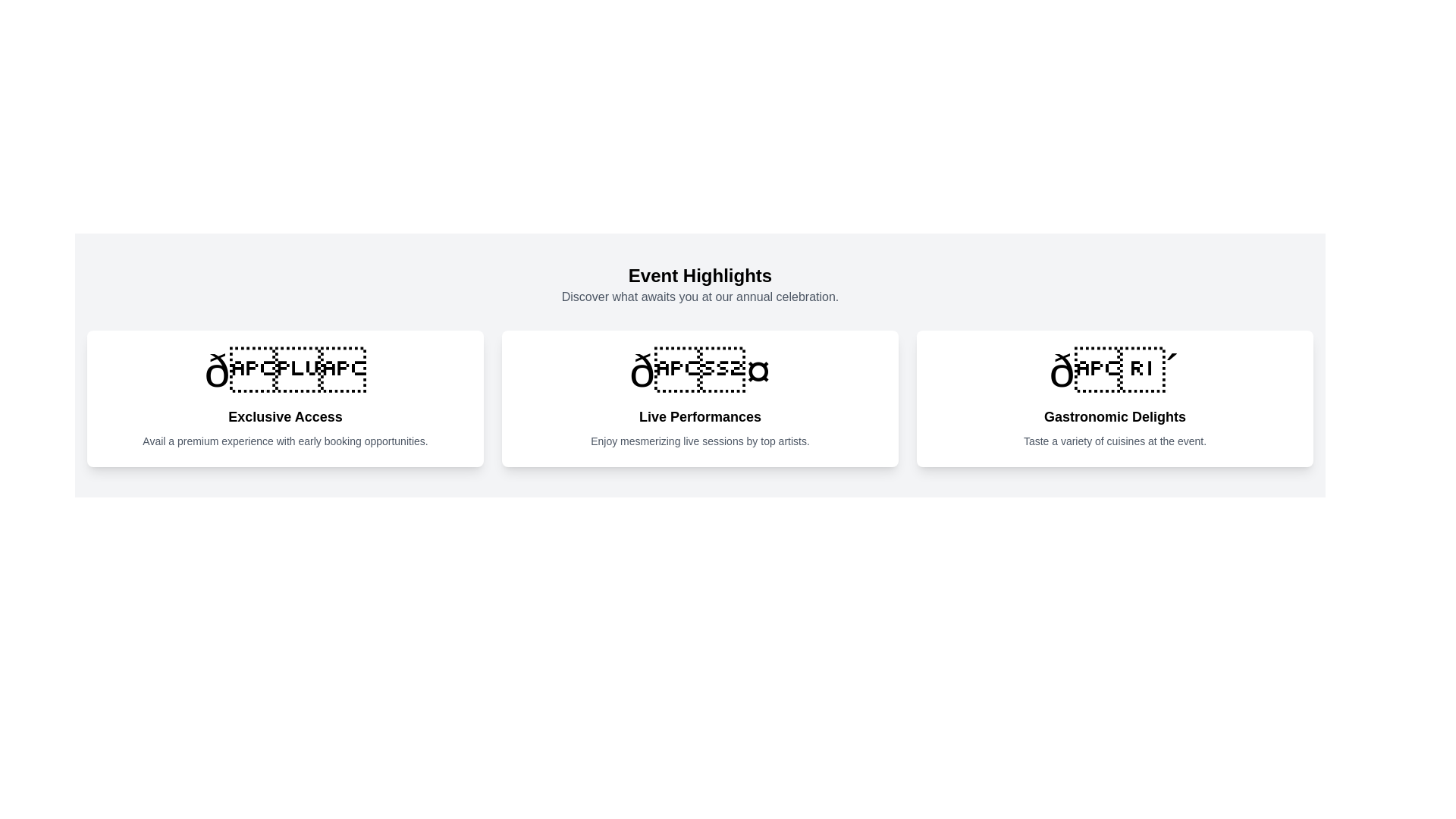 The height and width of the screenshot is (819, 1456). I want to click on the static text element that reads 'Discover what awaits you at our annual celebration.' located beneath the 'Event Highlights' title, so click(699, 297).